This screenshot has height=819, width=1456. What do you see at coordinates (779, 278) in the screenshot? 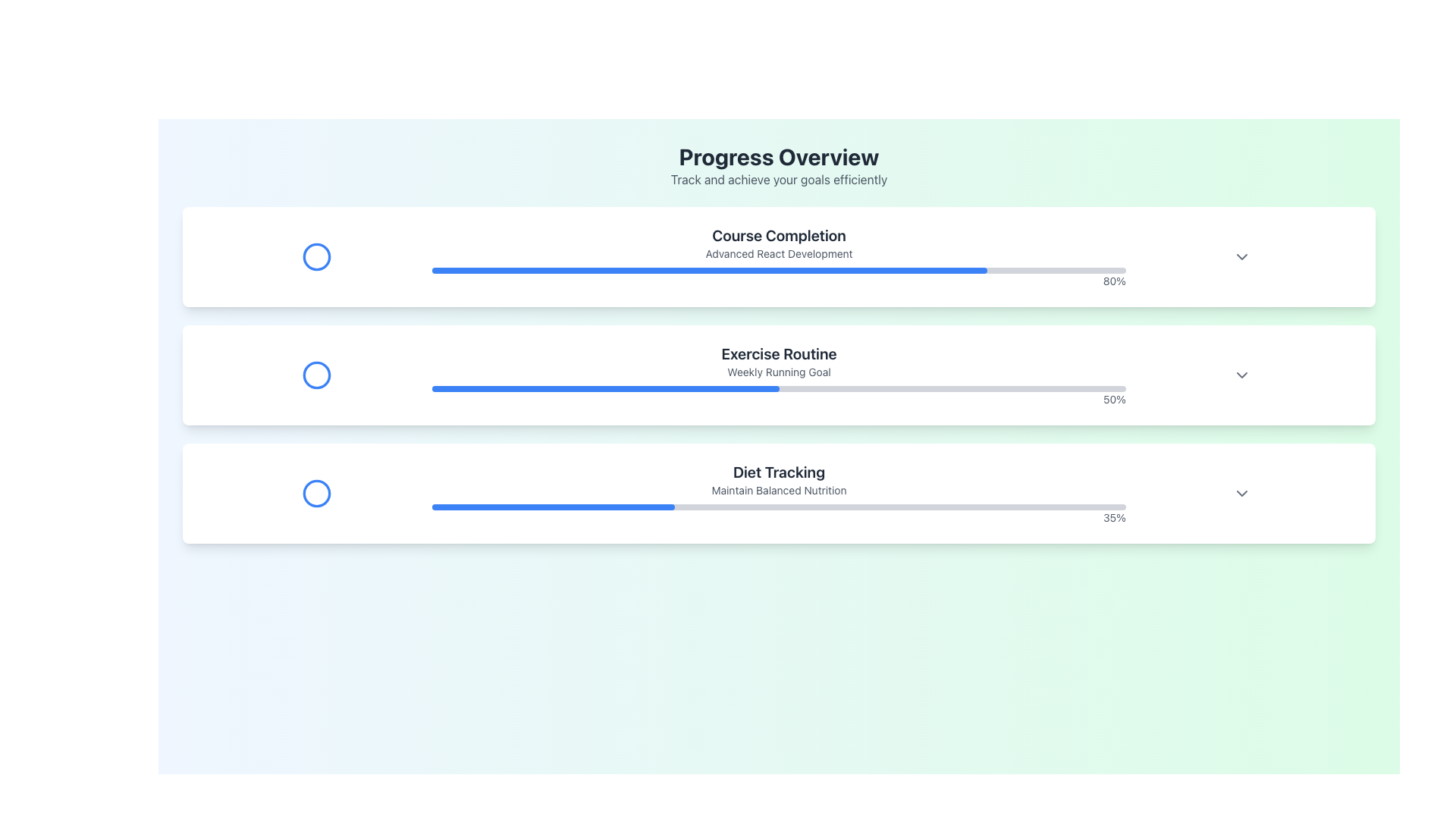
I see `the progress bar indicating 80% completion, which is styled with a gray background and a filled blue section, located below the 'Advanced React Development' text` at bounding box center [779, 278].